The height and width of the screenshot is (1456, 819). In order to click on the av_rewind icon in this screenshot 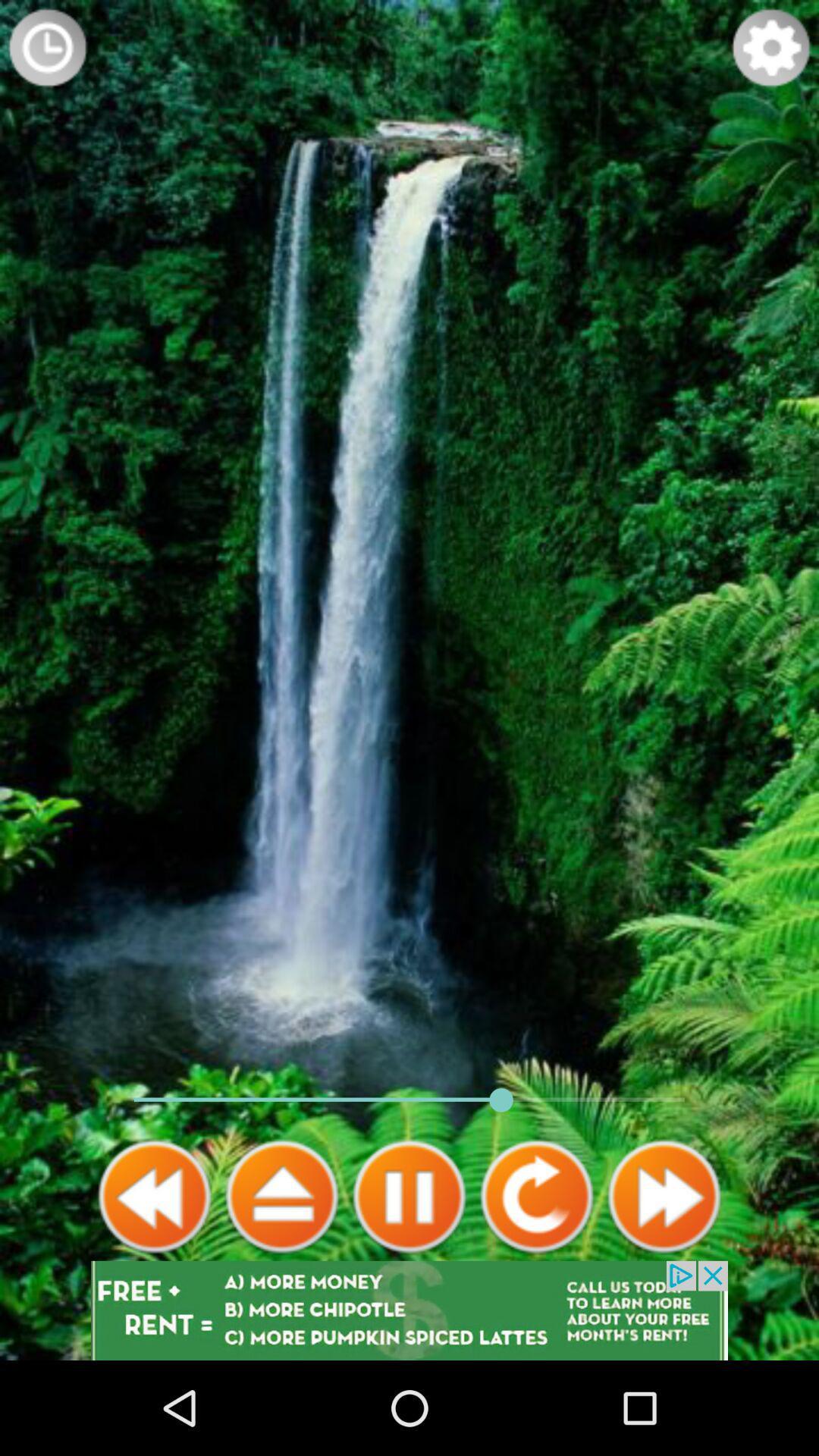, I will do `click(155, 1280)`.